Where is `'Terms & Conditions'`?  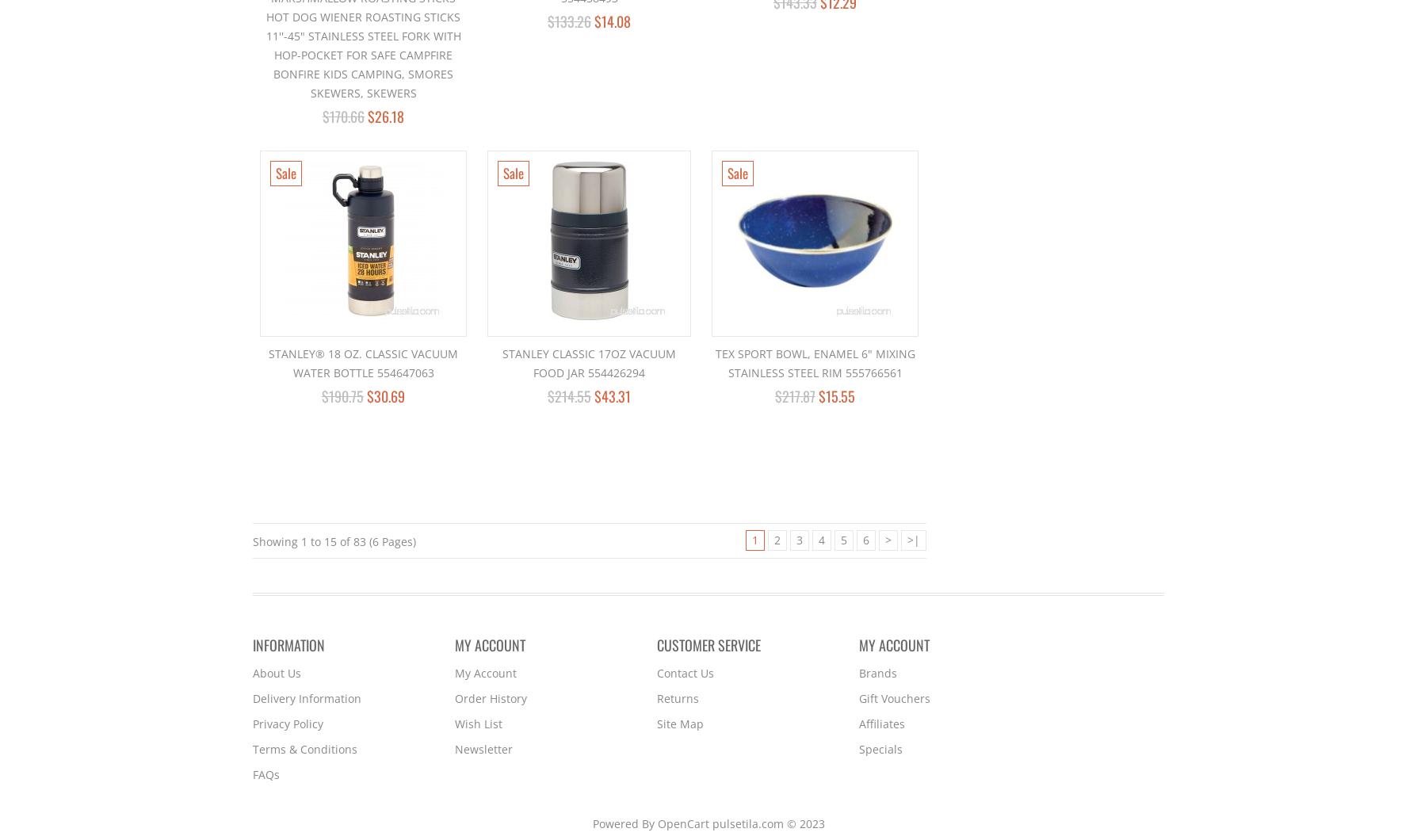 'Terms & Conditions' is located at coordinates (304, 748).